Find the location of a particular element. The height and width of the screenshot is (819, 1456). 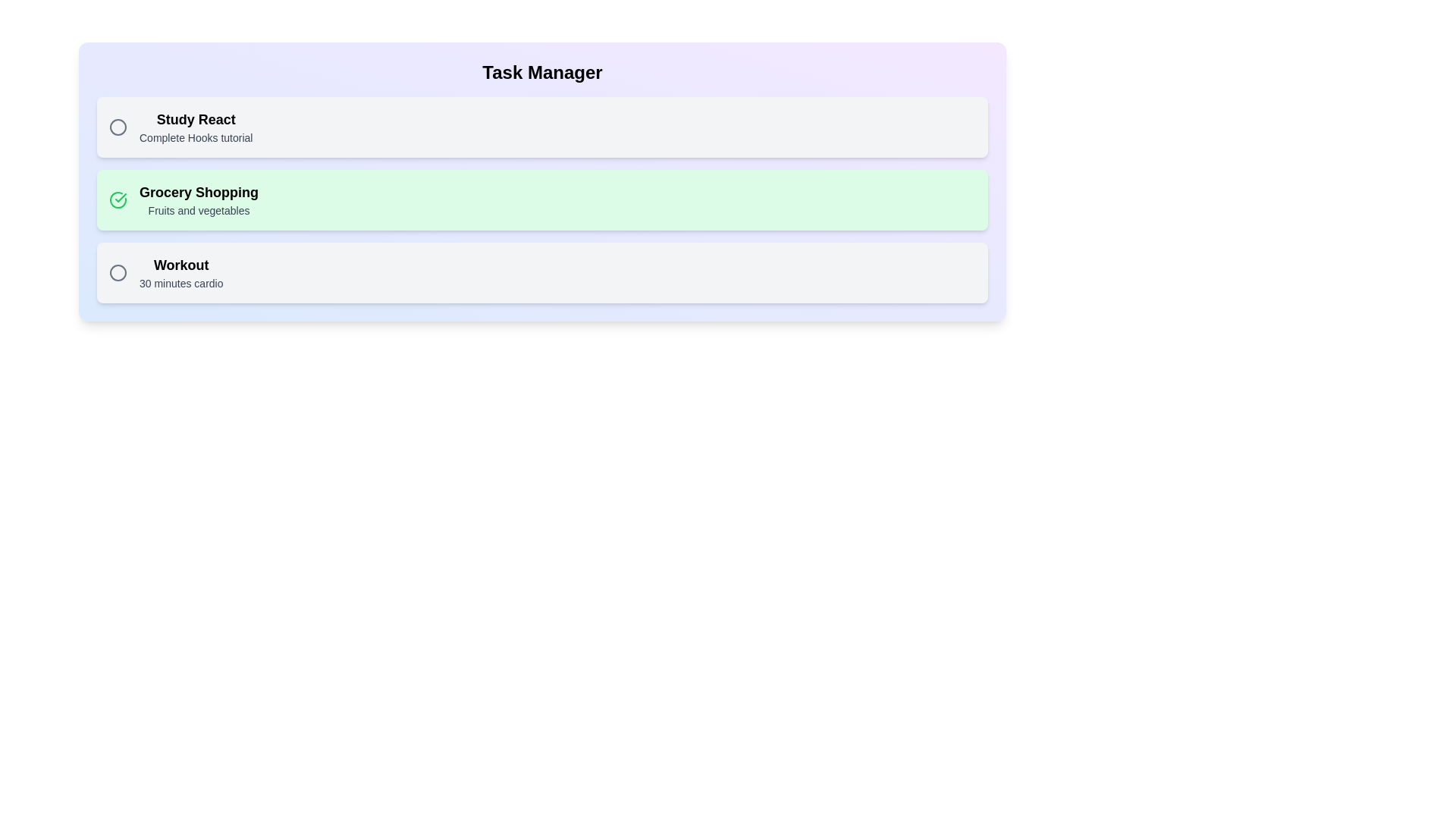

the icon component that visually indicates the task state or type, located to the left of the 'Study React' task item in the task list is located at coordinates (118, 127).